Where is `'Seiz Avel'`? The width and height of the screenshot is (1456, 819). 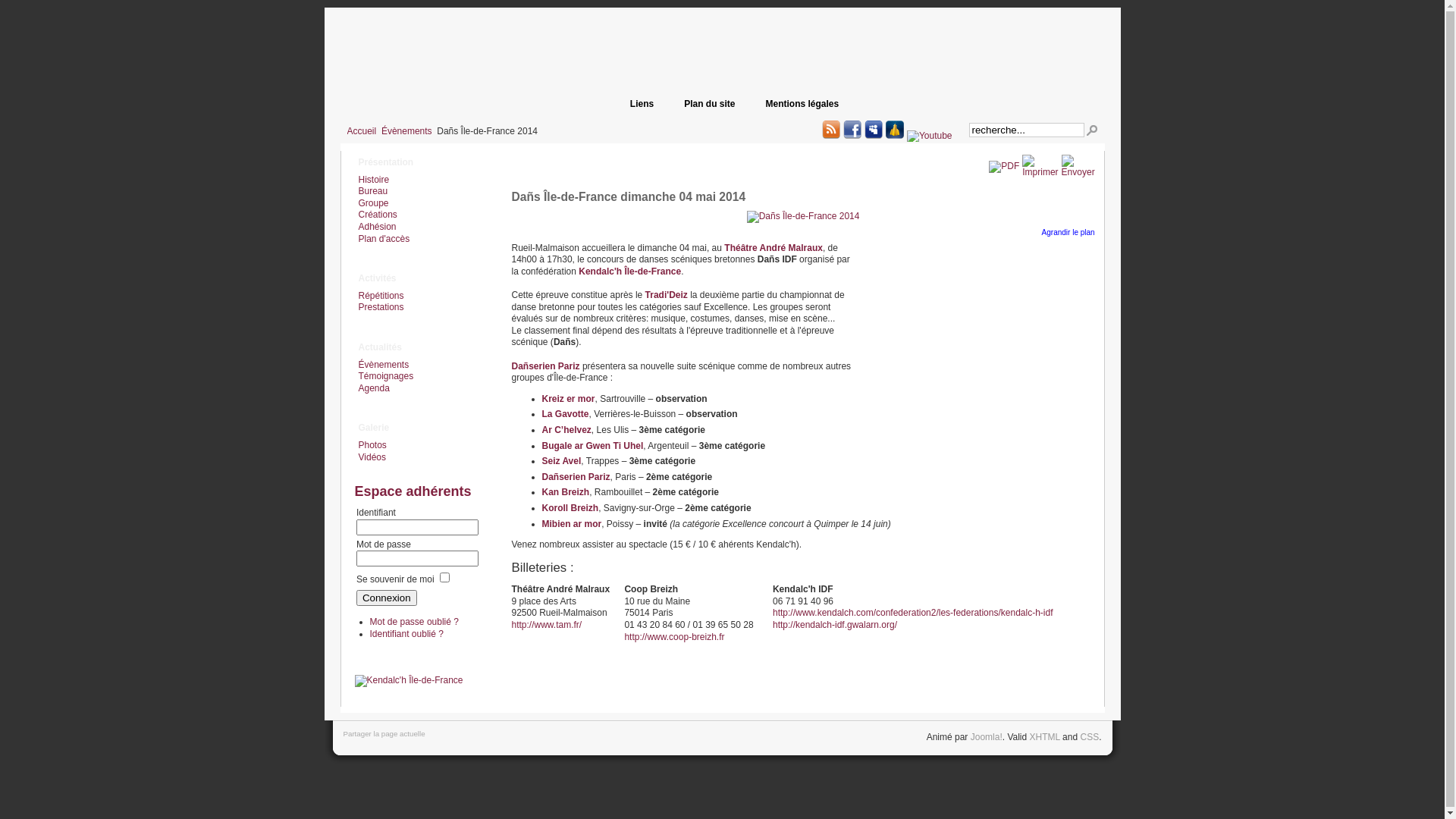
'Seiz Avel' is located at coordinates (560, 460).